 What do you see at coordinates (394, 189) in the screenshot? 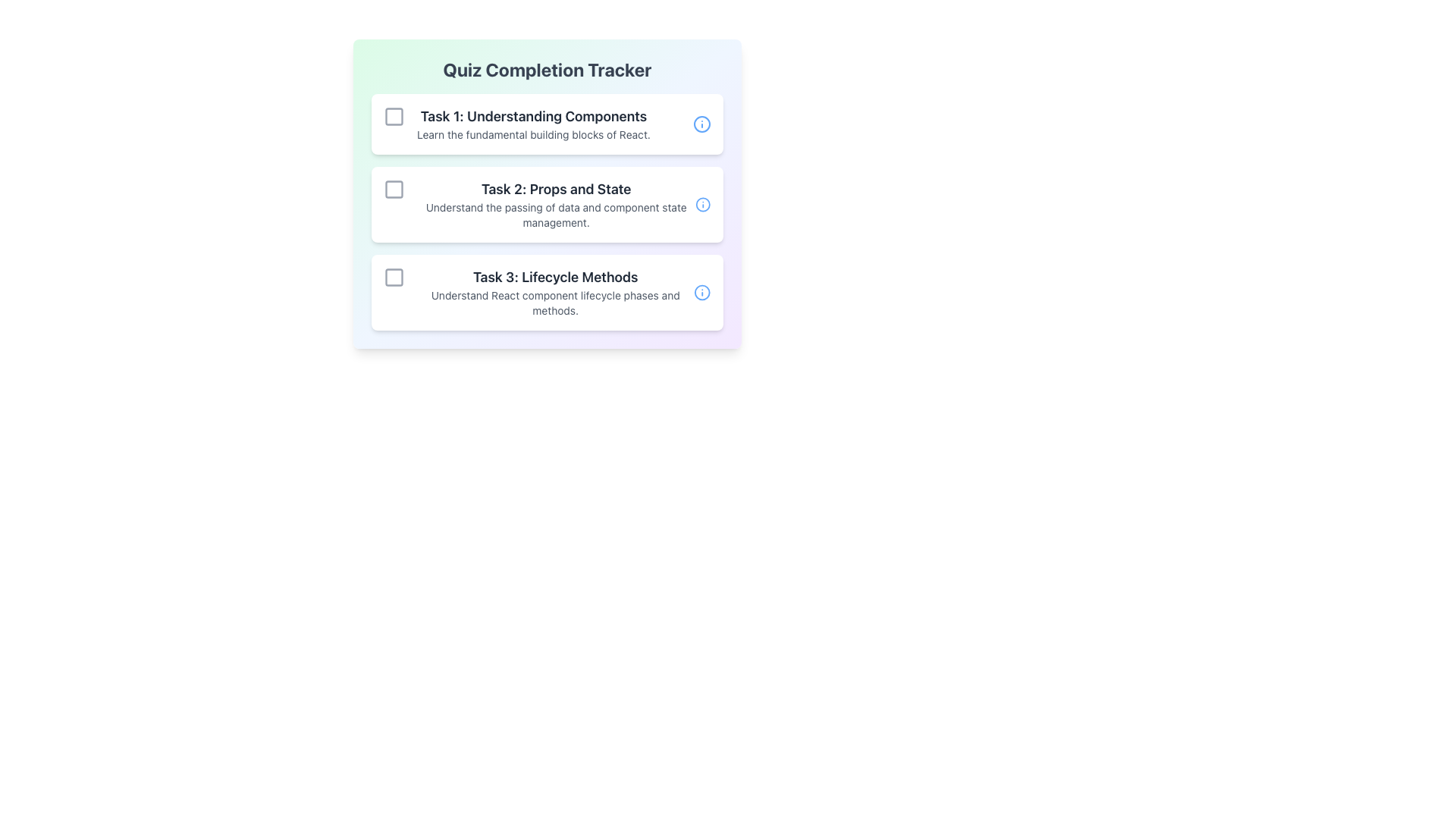
I see `the checkbox located to the left of the text 'Task 2: Props and State'` at bounding box center [394, 189].